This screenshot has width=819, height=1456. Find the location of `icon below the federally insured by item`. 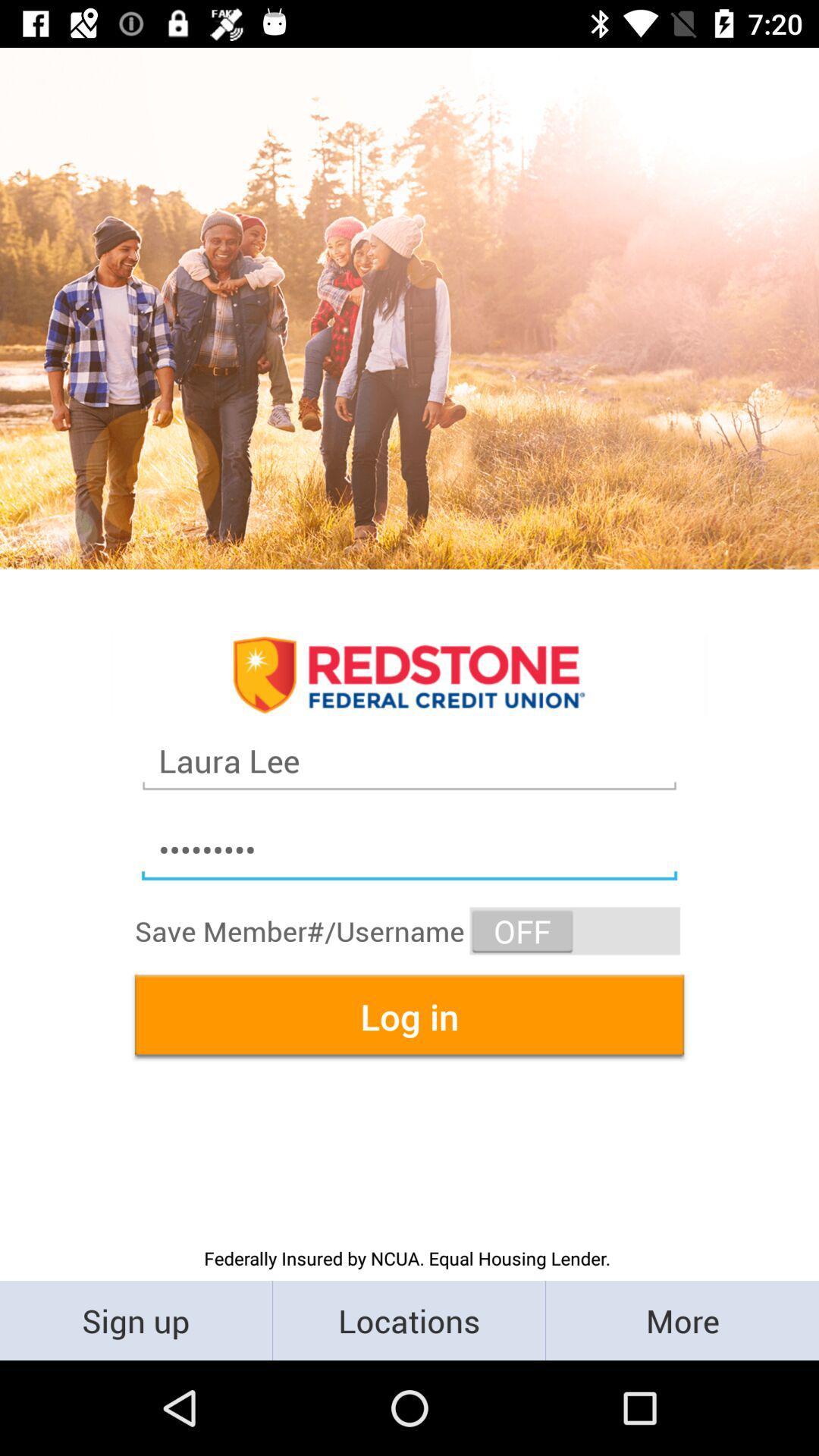

icon below the federally insured by item is located at coordinates (135, 1319).